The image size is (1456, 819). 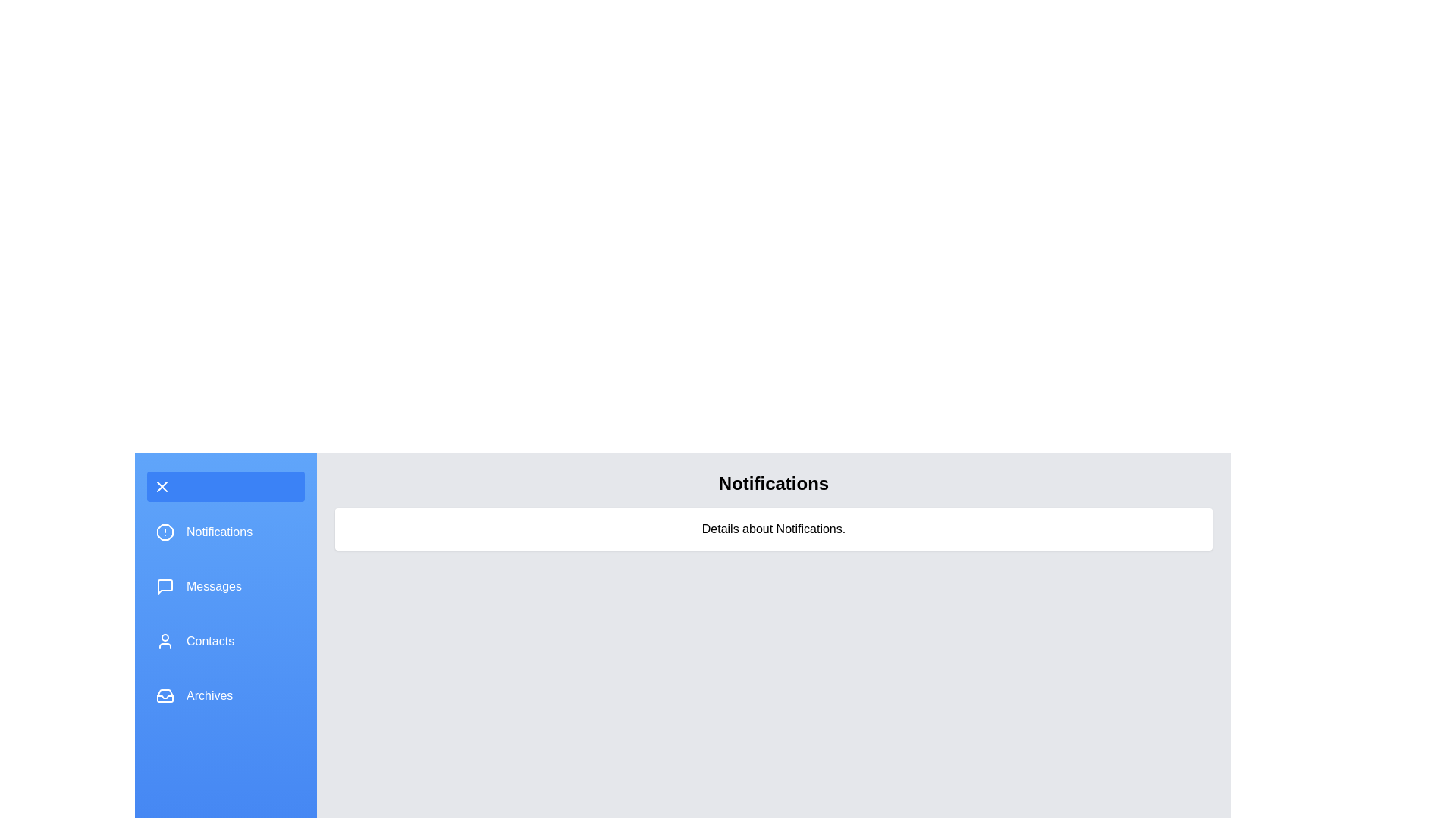 I want to click on the menu section Notifications, so click(x=224, y=532).